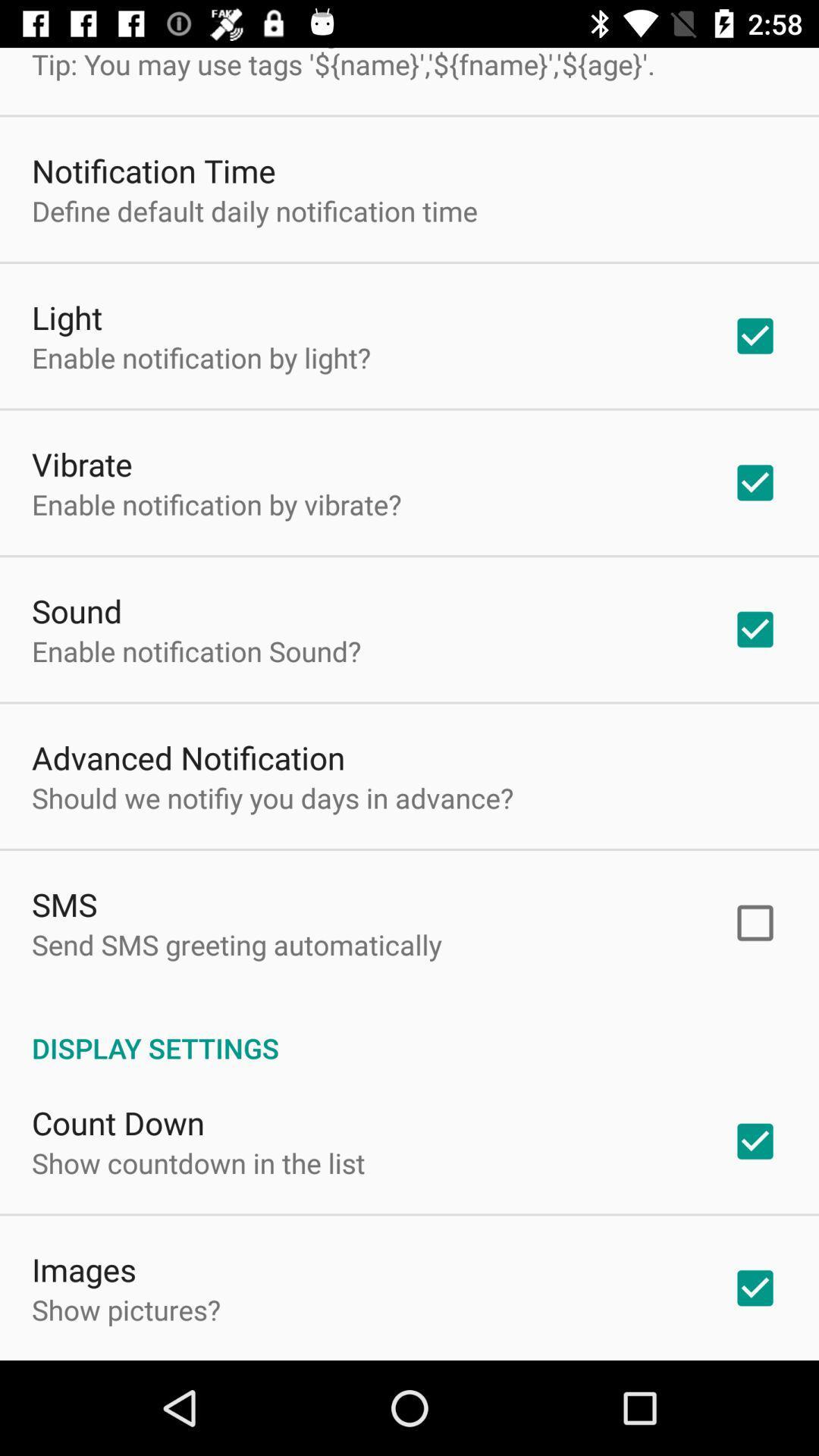  I want to click on icon below the display settings, so click(117, 1122).